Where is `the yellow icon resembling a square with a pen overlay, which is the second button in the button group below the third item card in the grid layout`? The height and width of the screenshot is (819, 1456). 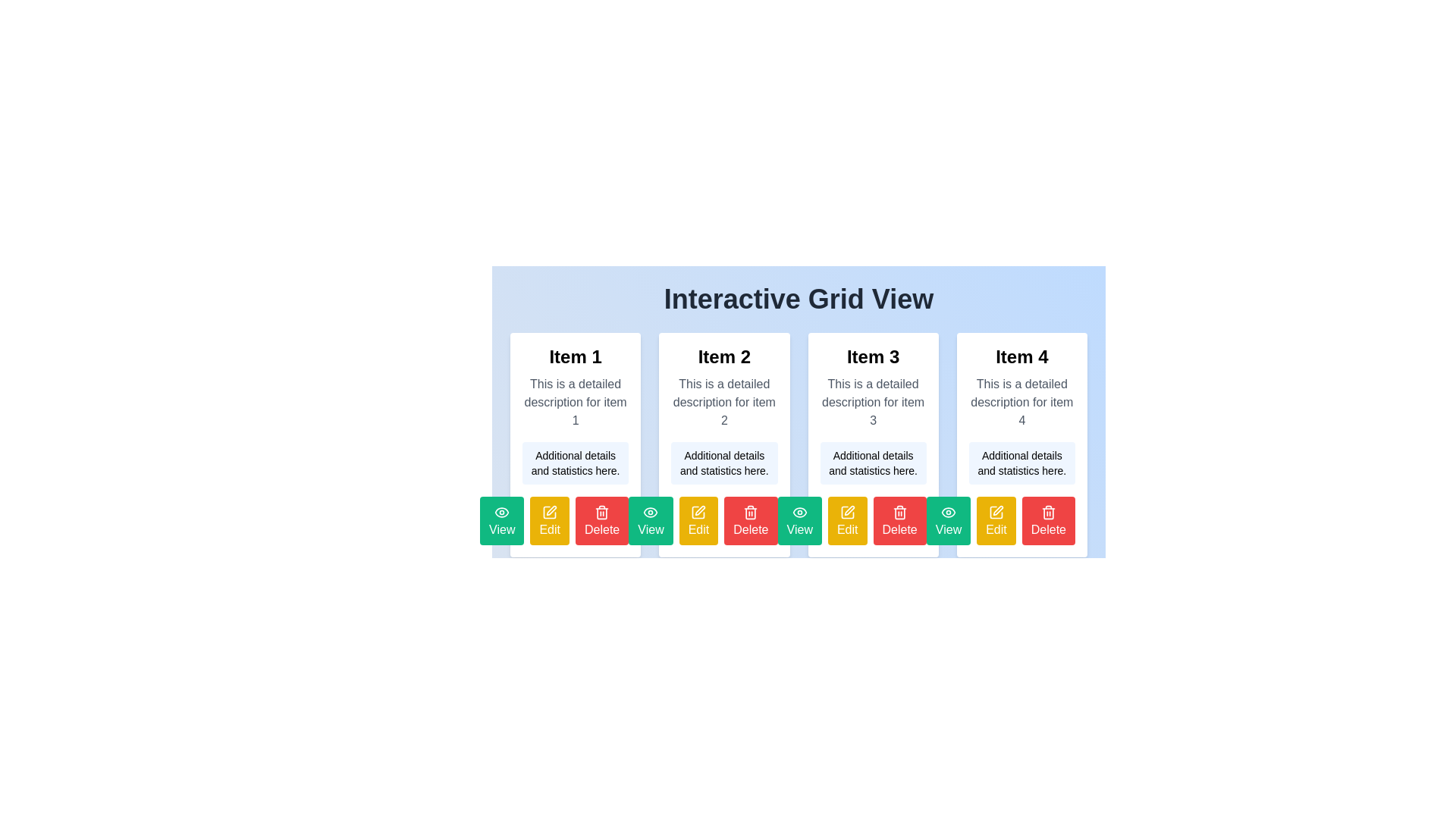 the yellow icon resembling a square with a pen overlay, which is the second button in the button group below the third item card in the grid layout is located at coordinates (846, 512).